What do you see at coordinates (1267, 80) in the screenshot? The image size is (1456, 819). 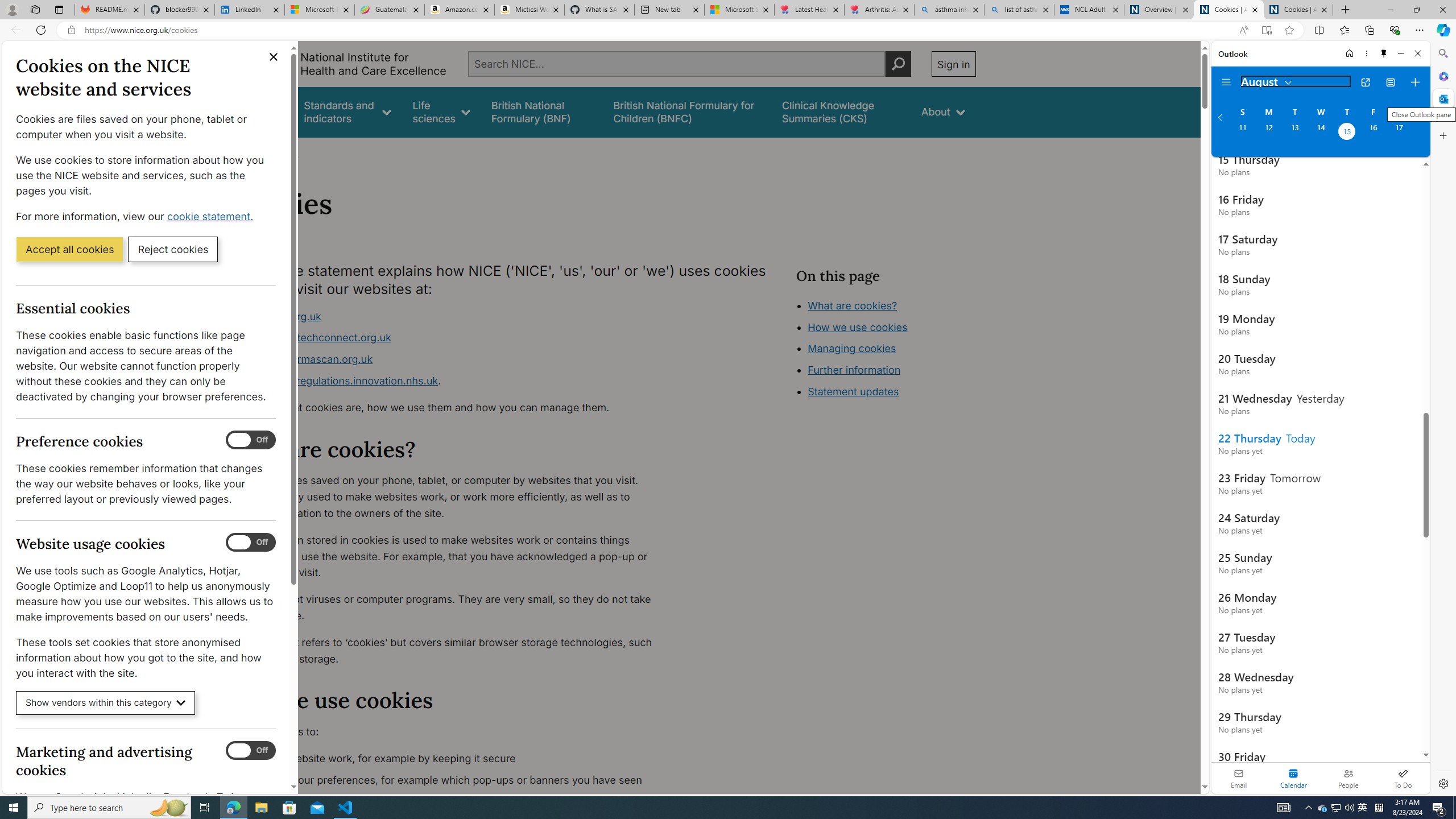 I see `'August'` at bounding box center [1267, 80].